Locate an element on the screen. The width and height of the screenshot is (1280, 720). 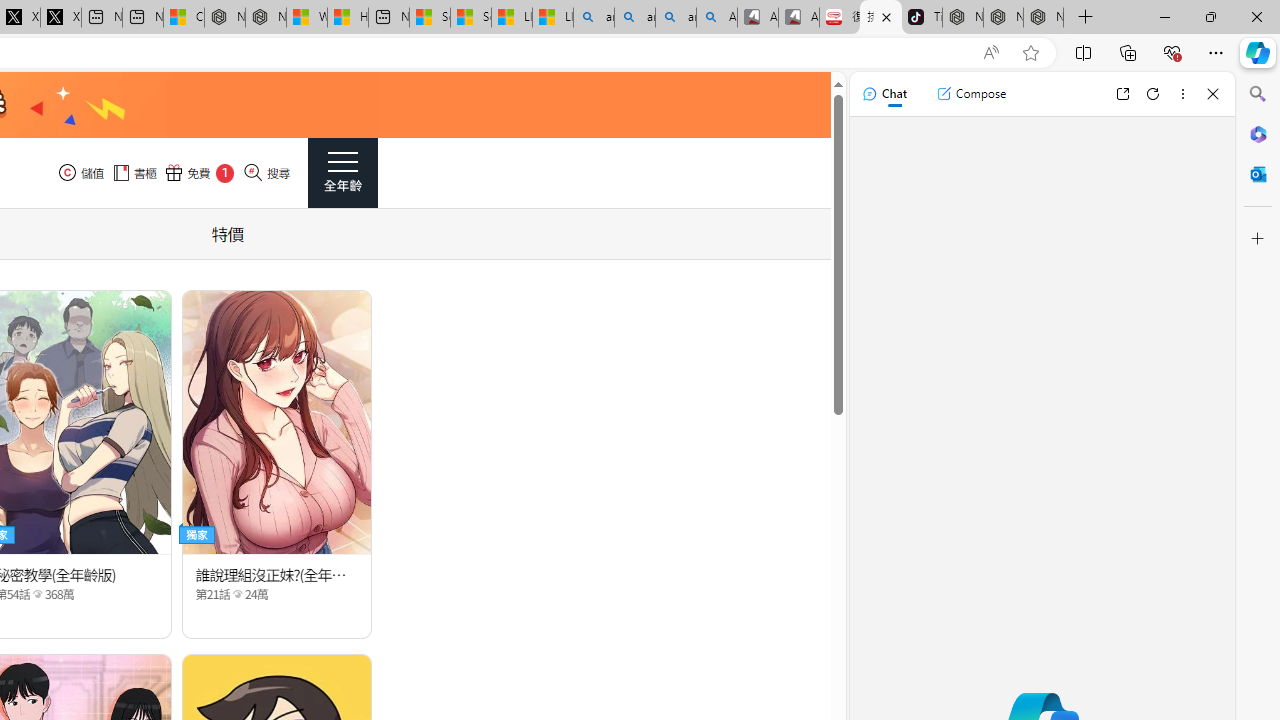
'Open link in new tab' is located at coordinates (1122, 93).